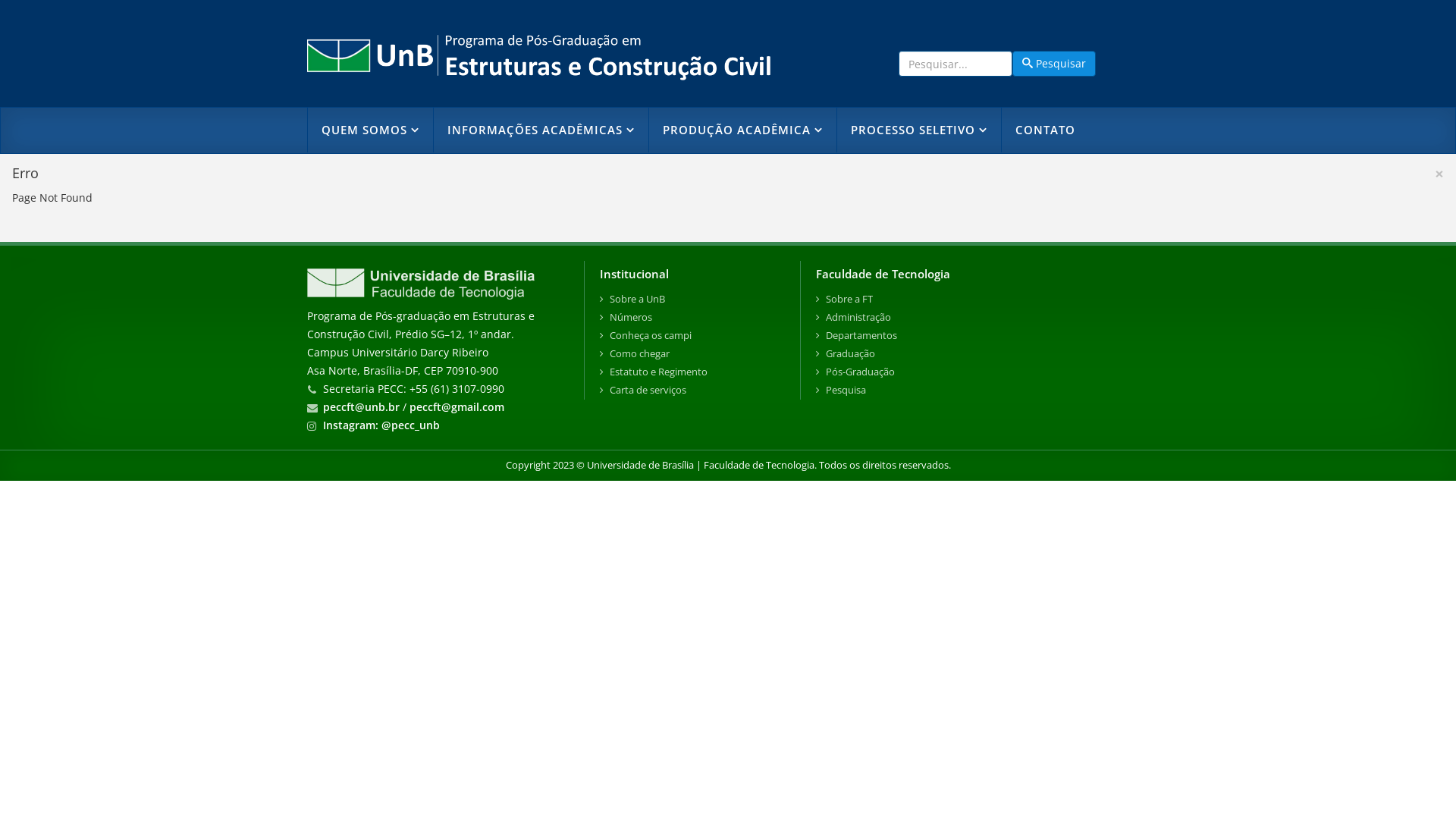  What do you see at coordinates (456, 406) in the screenshot?
I see `'peccft@gmail.com'` at bounding box center [456, 406].